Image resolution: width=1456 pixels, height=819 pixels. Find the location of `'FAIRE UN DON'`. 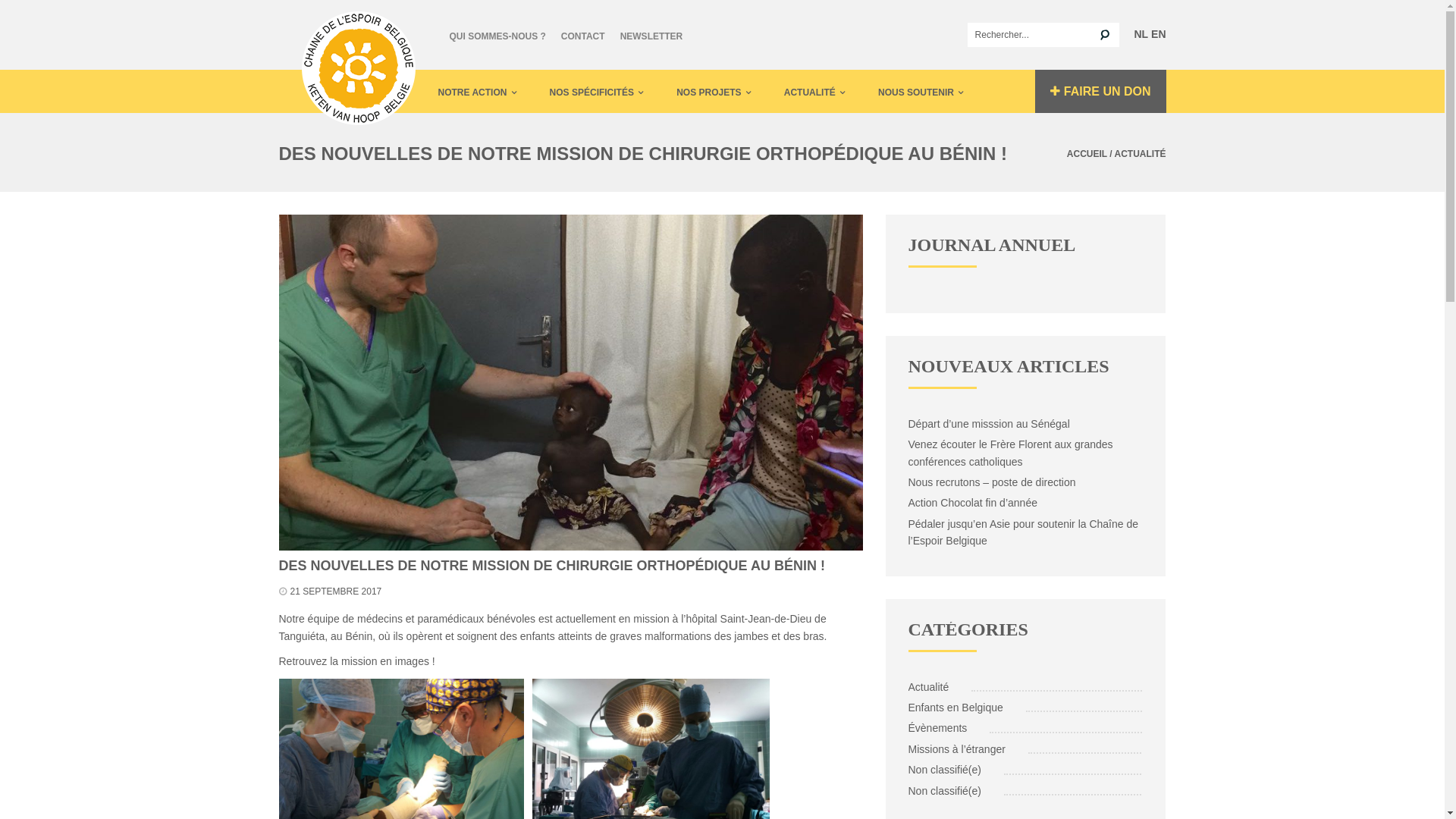

'FAIRE UN DON' is located at coordinates (1034, 91).